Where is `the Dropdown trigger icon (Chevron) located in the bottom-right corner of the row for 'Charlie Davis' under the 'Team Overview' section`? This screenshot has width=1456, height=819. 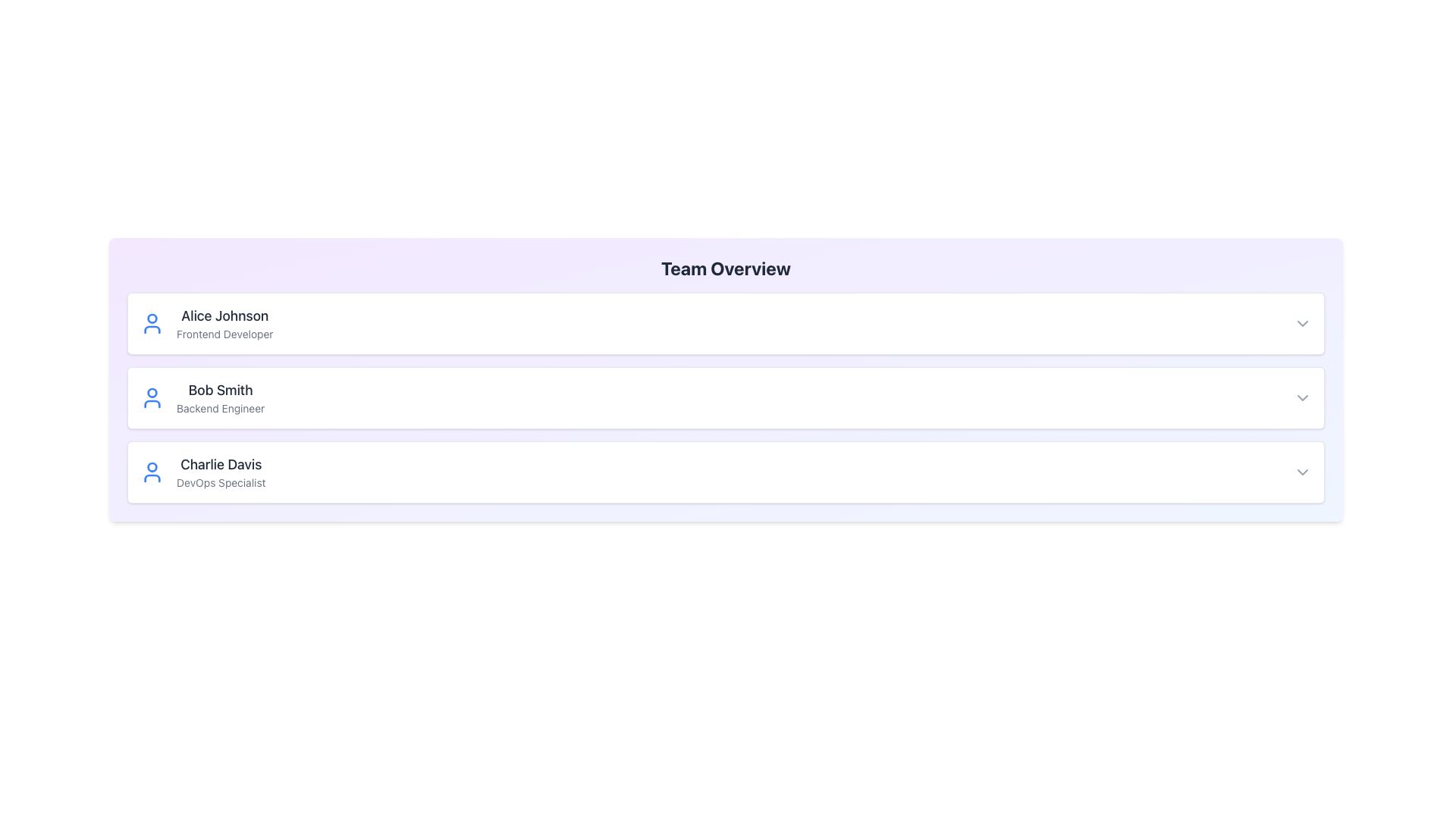 the Dropdown trigger icon (Chevron) located in the bottom-right corner of the row for 'Charlie Davis' under the 'Team Overview' section is located at coordinates (1302, 472).